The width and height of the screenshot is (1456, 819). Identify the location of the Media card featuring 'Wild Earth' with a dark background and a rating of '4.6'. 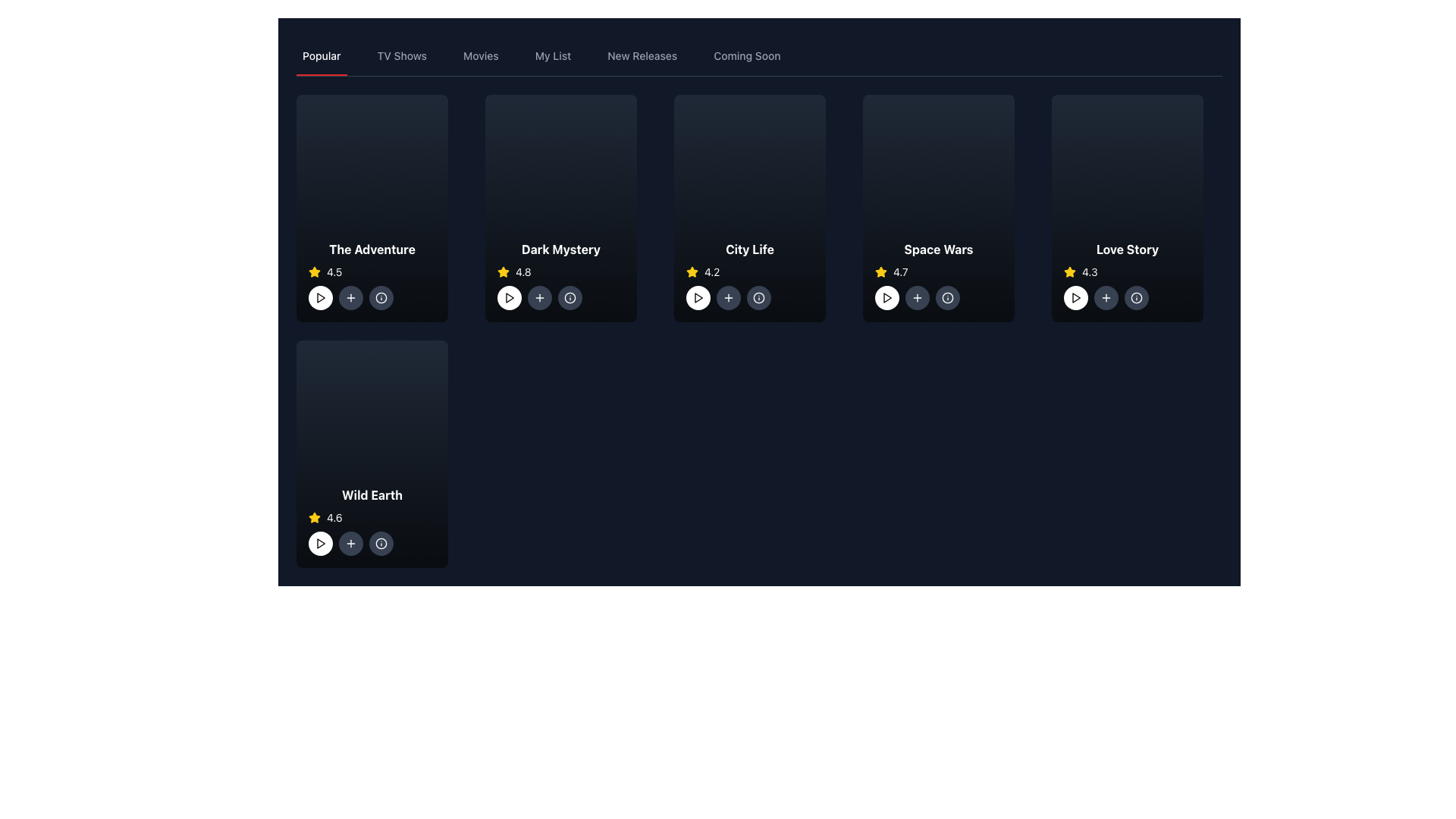
(372, 453).